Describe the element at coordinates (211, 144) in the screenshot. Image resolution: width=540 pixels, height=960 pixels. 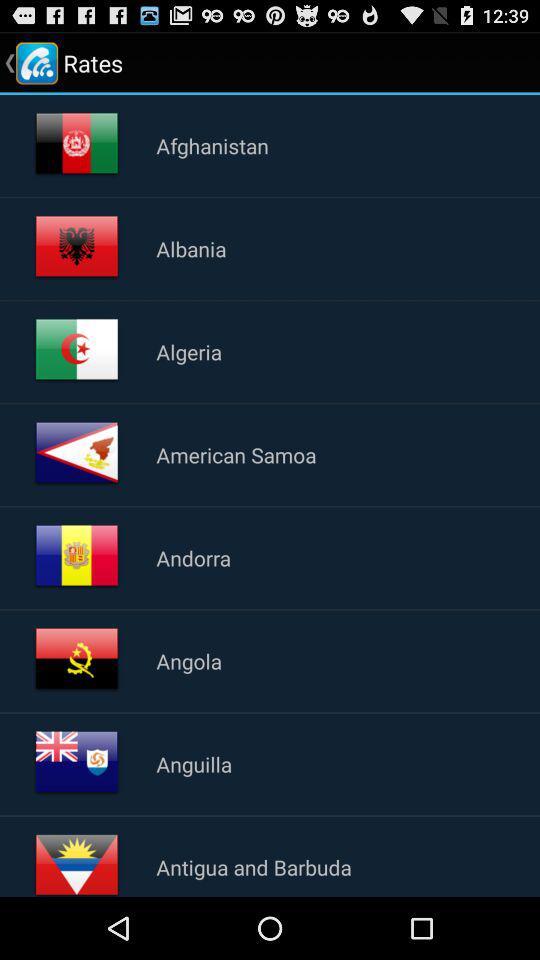
I see `icon above the albania icon` at that location.